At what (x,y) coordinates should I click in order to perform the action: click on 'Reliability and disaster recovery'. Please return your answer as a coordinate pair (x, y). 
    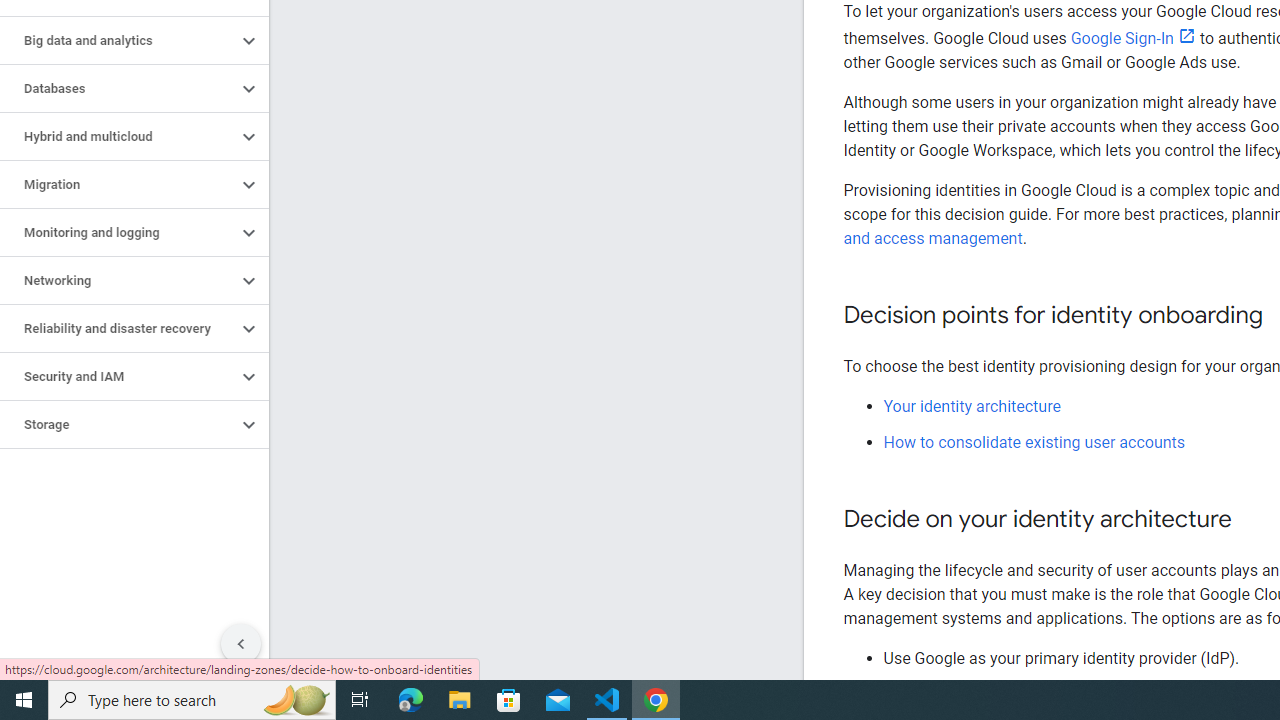
    Looking at the image, I should click on (117, 328).